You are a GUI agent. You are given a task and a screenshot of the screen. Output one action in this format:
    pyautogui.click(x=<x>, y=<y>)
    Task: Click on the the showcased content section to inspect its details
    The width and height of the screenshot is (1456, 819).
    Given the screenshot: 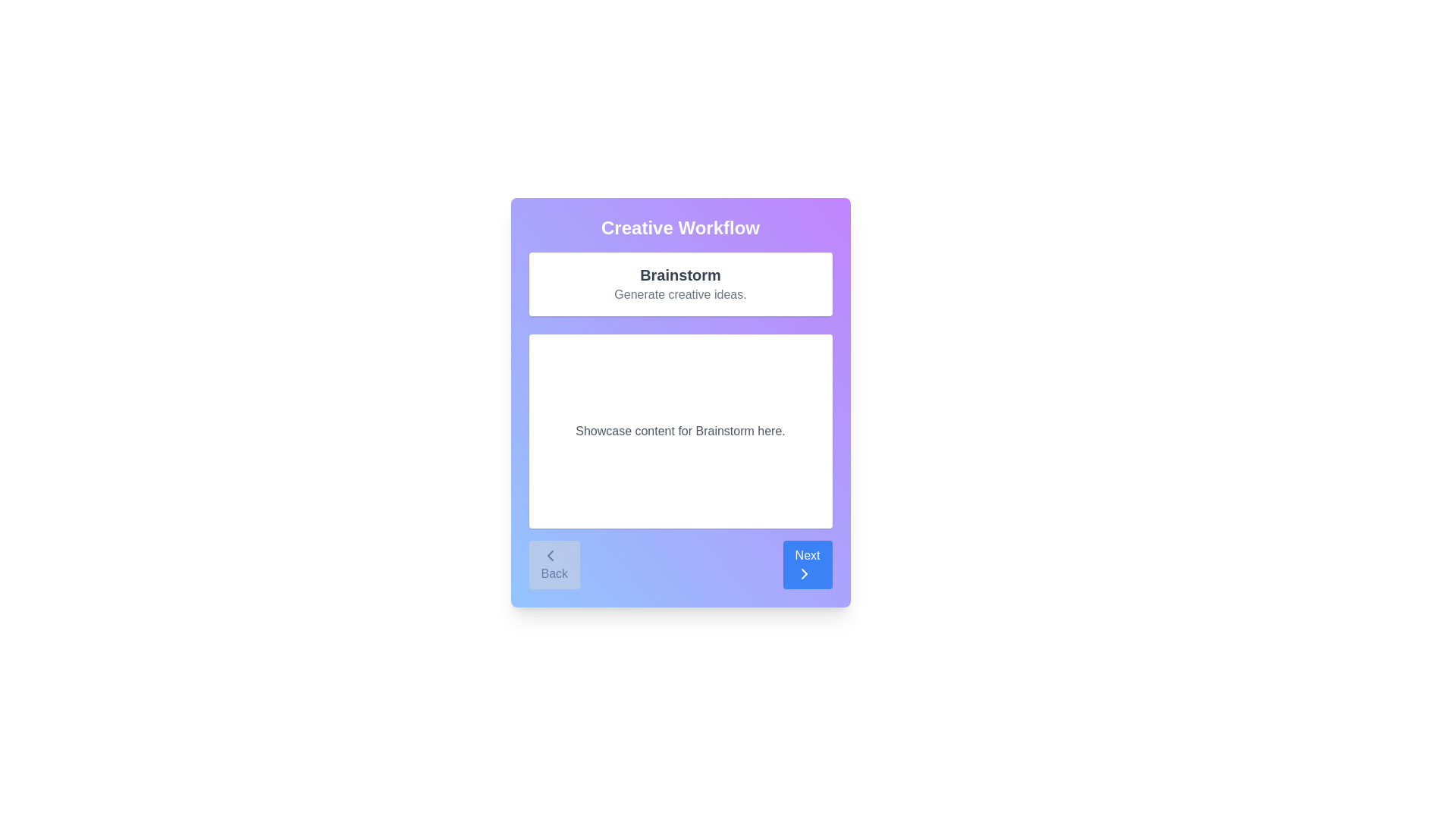 What is the action you would take?
    pyautogui.click(x=679, y=431)
    